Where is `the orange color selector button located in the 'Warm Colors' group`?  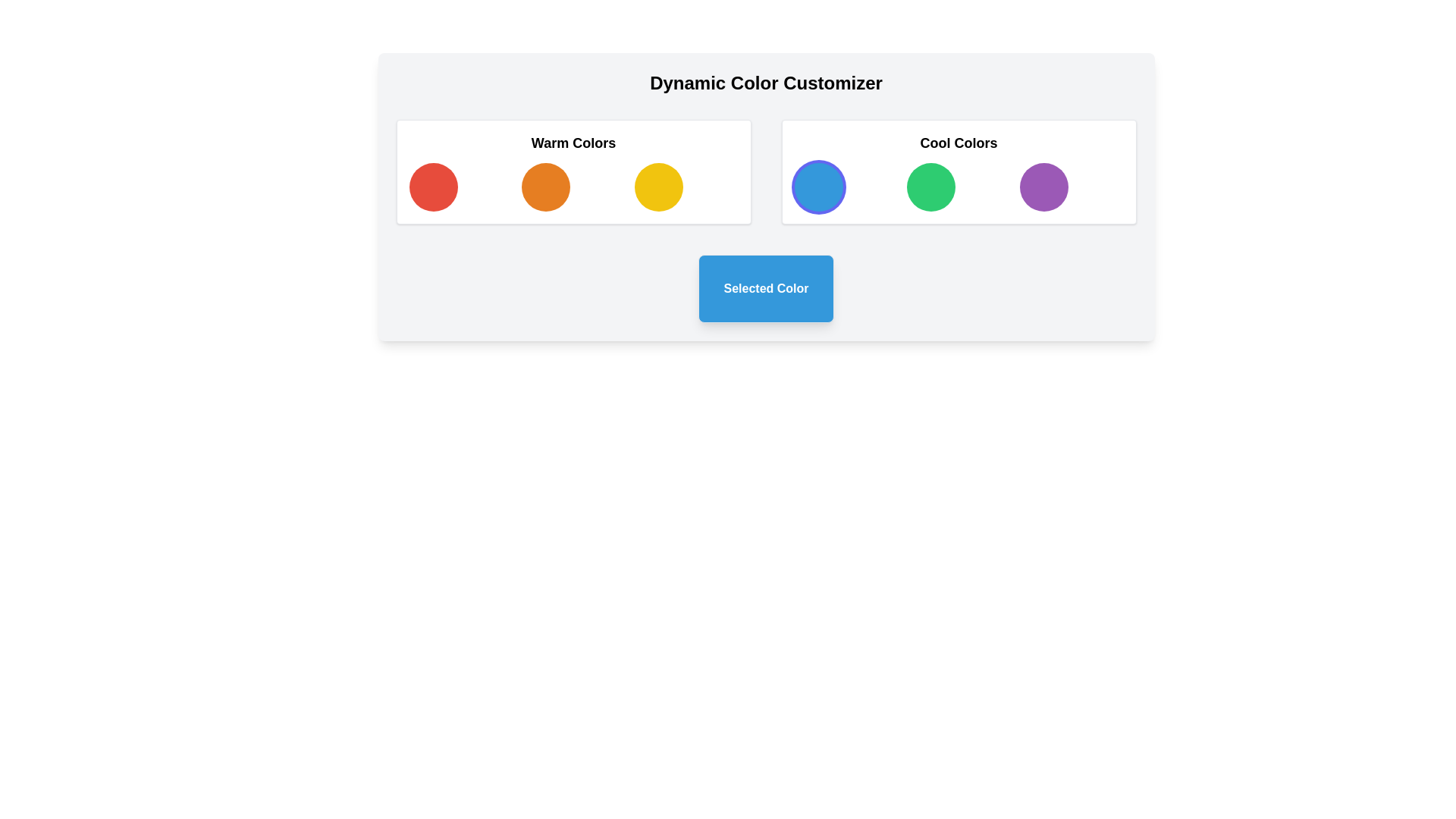 the orange color selector button located in the 'Warm Colors' group is located at coordinates (573, 186).